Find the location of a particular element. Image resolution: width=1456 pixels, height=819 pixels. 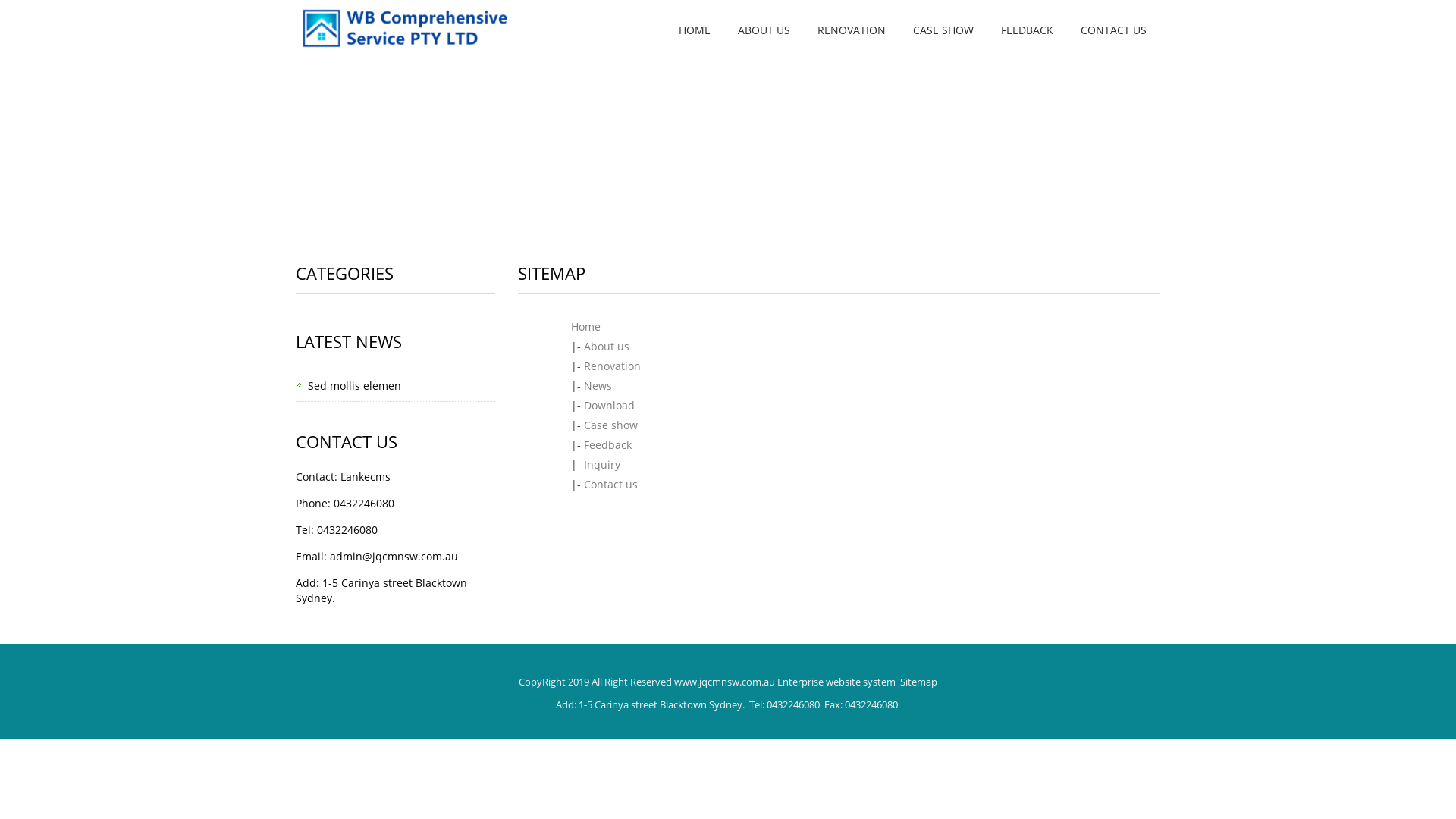

'Inquiry' is located at coordinates (601, 463).